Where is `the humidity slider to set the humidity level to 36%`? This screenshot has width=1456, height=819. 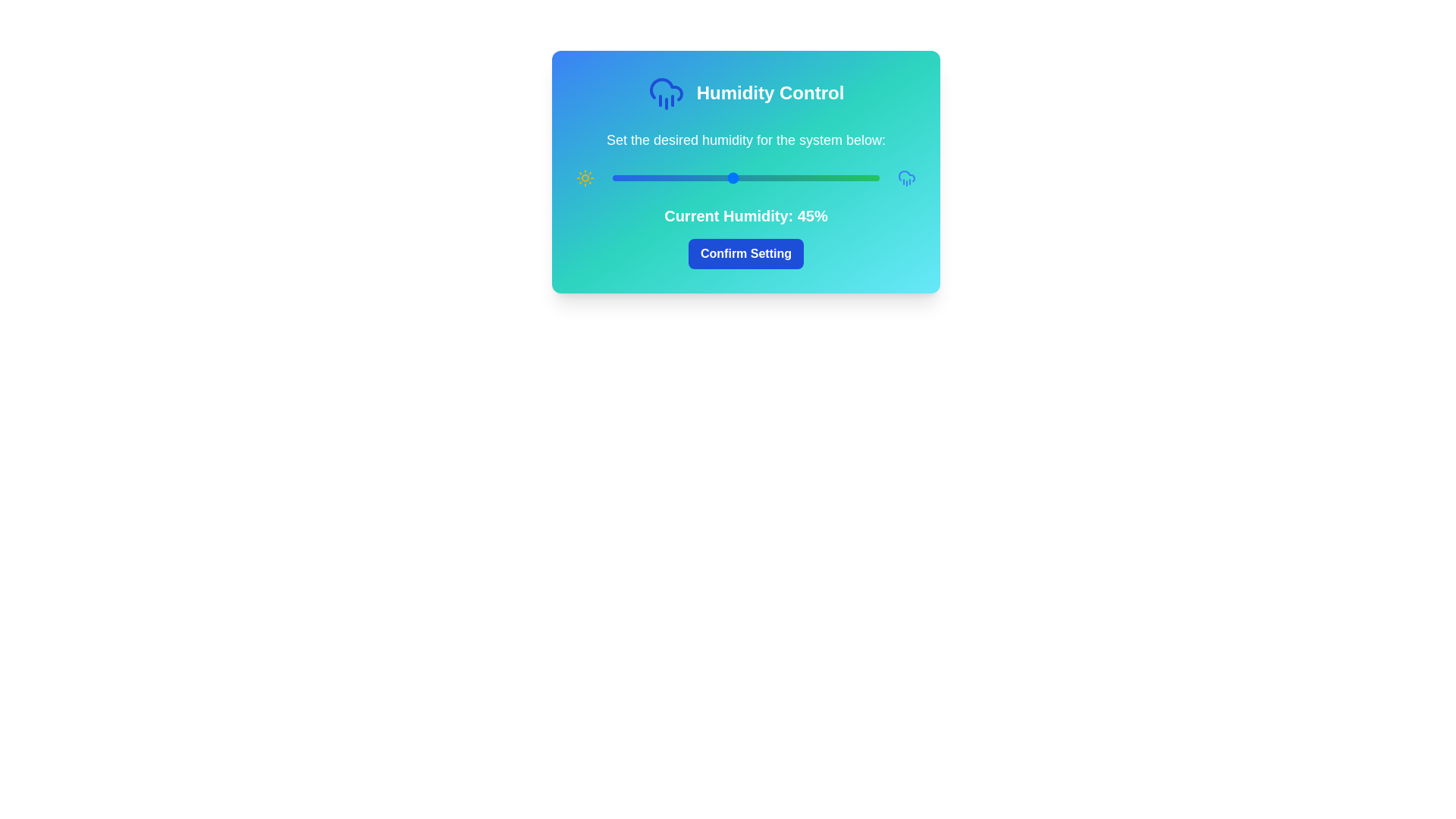 the humidity slider to set the humidity level to 36% is located at coordinates (708, 177).